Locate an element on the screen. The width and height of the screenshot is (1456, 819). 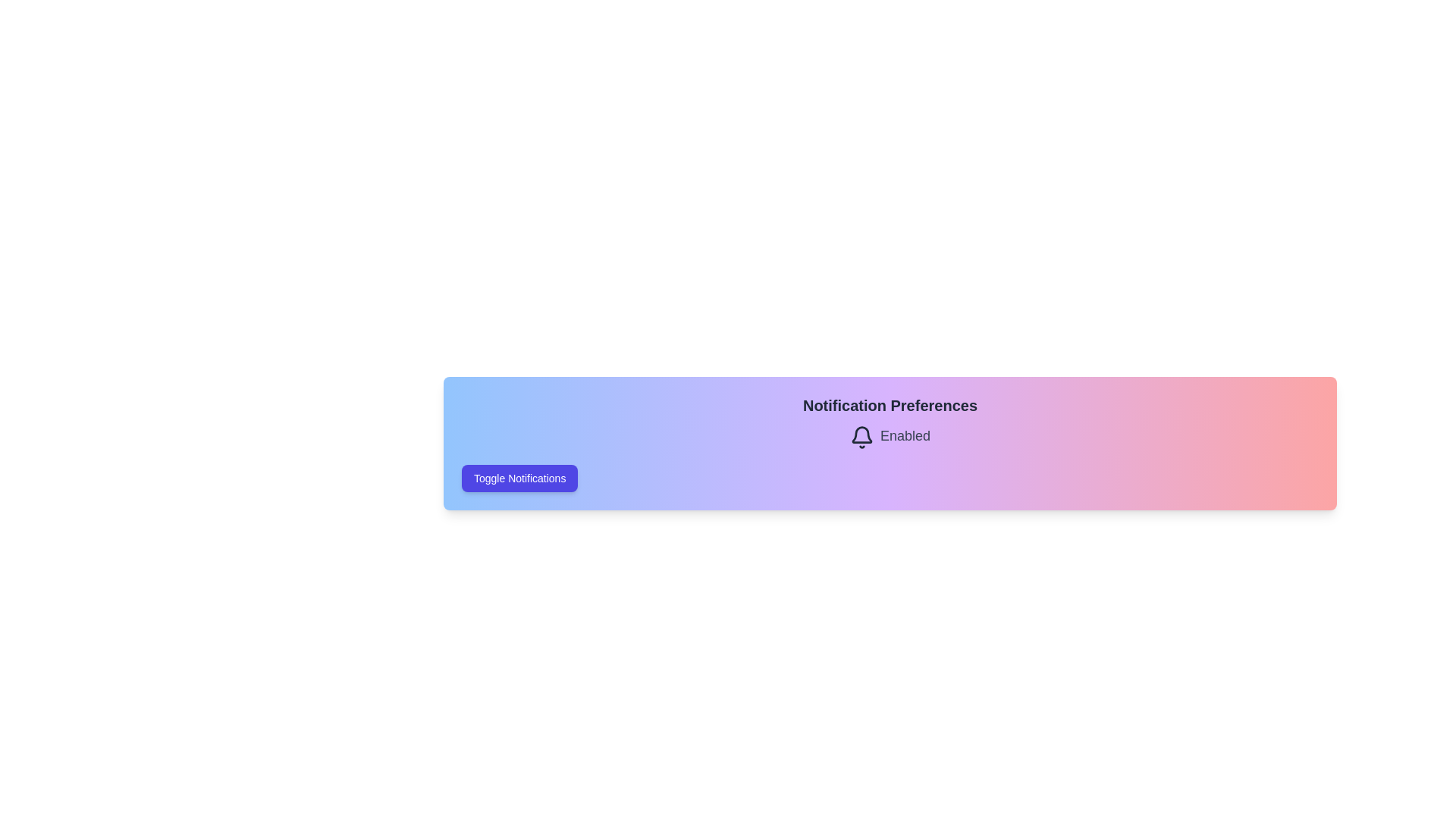
the 'Enabled' label which is displayed in a large gray font next to the bell icon under 'Notification Preferences' is located at coordinates (905, 438).